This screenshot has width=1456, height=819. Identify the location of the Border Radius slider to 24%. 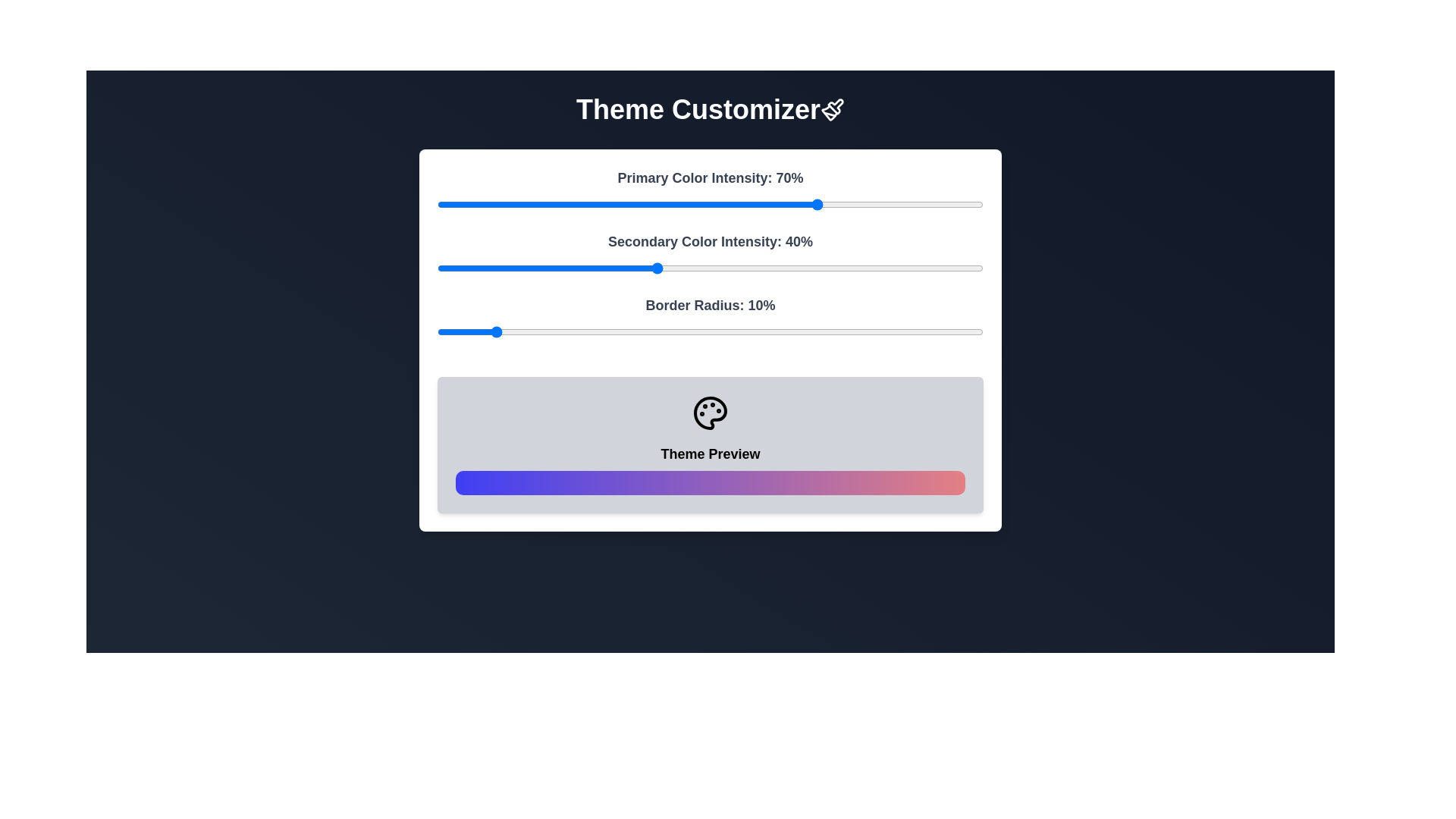
(567, 331).